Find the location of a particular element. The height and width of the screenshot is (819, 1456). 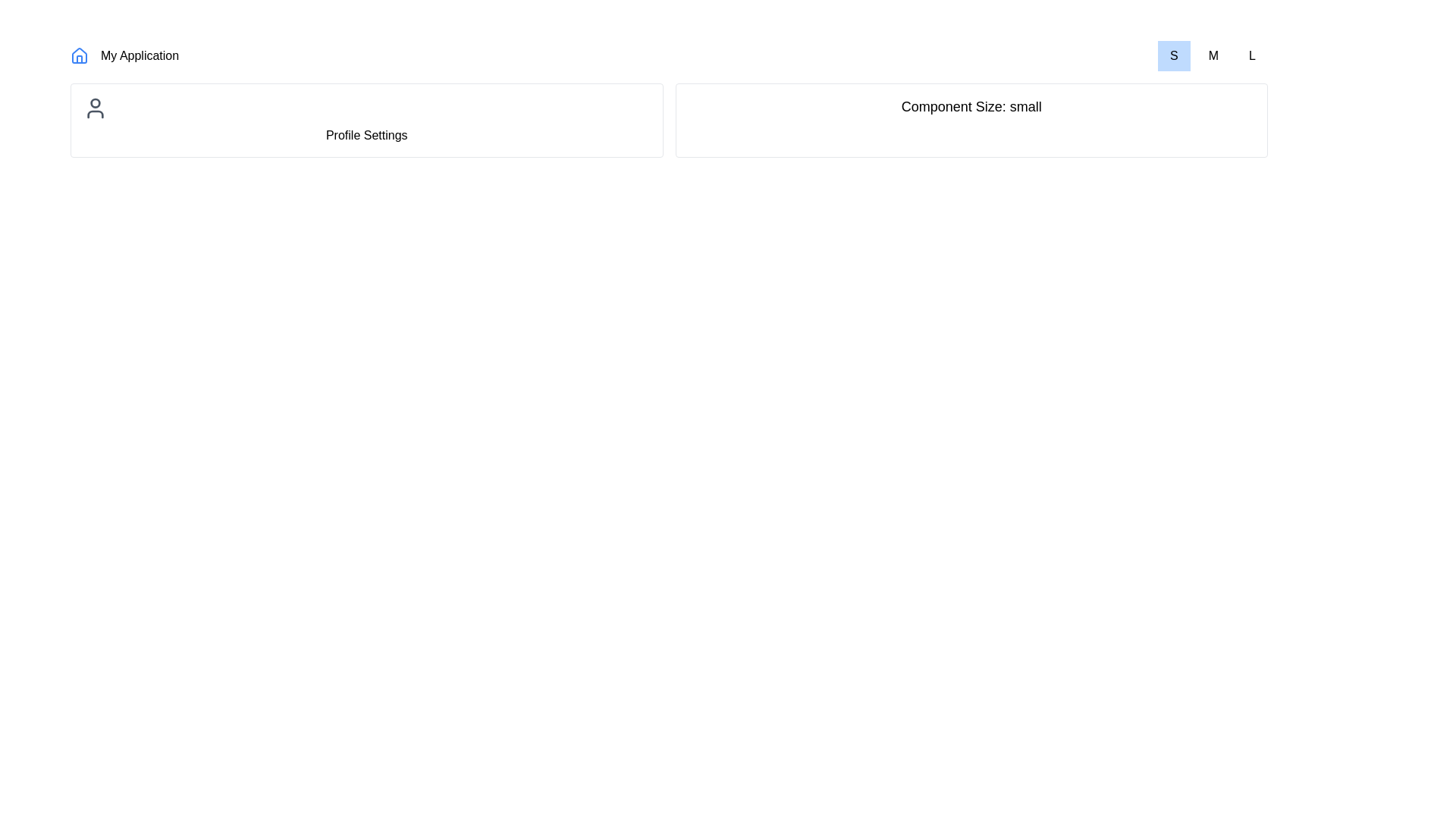

the button labeled 'M' which is located in the upper-right of the layout among the buttons 'S', 'M', and 'L' for additional information is located at coordinates (1212, 55).